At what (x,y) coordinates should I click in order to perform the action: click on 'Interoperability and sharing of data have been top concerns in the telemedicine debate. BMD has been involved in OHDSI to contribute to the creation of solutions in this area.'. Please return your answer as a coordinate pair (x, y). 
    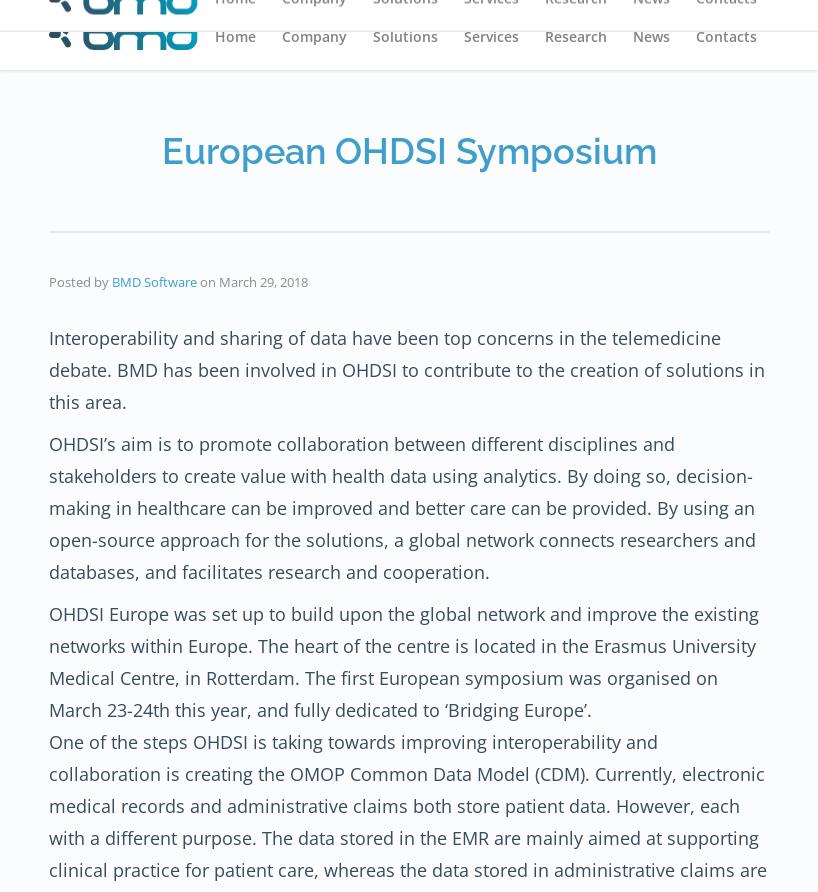
    Looking at the image, I should click on (407, 368).